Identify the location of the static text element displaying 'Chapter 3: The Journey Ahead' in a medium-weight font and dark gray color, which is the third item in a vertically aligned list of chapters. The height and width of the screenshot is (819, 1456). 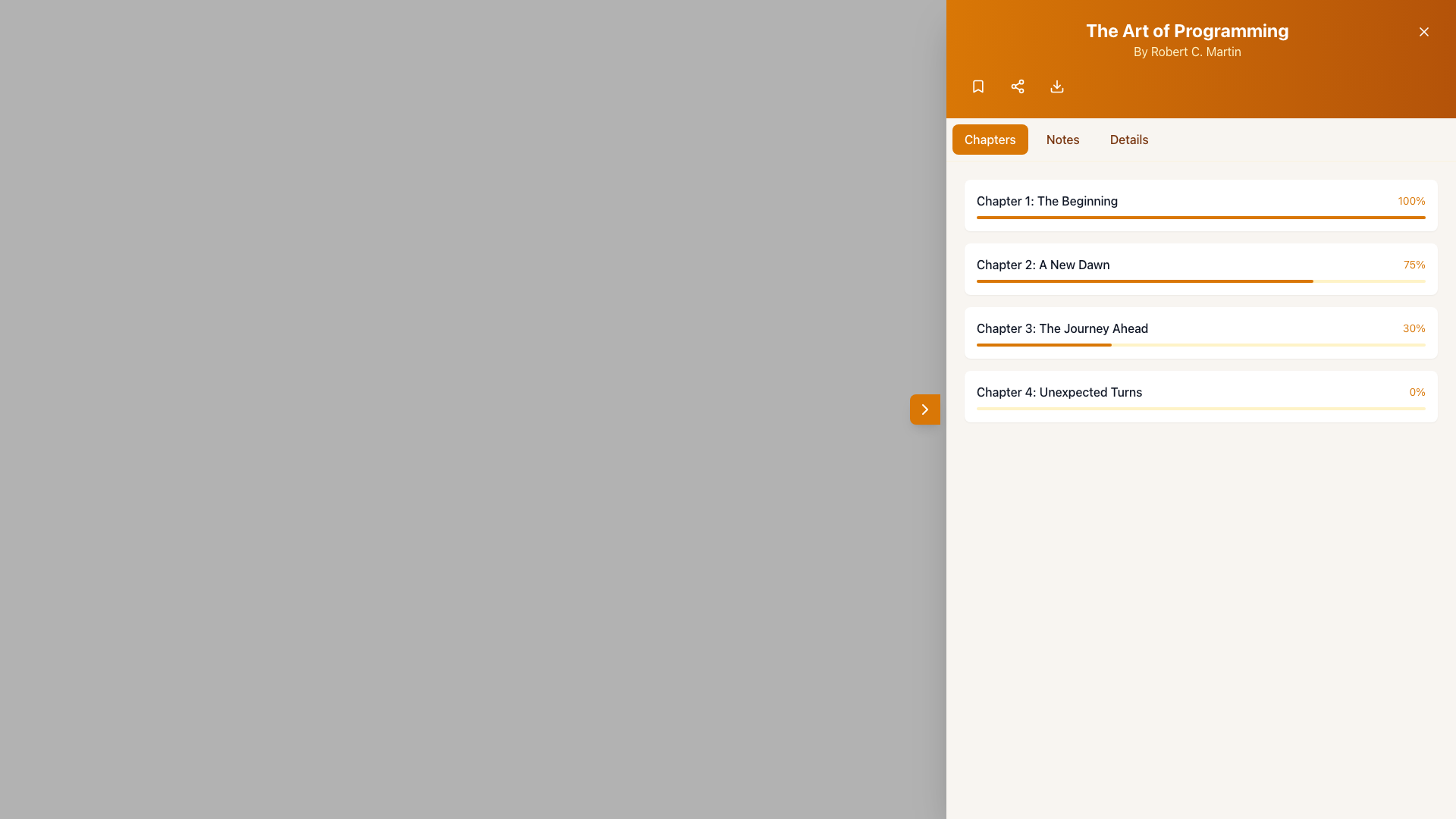
(1062, 327).